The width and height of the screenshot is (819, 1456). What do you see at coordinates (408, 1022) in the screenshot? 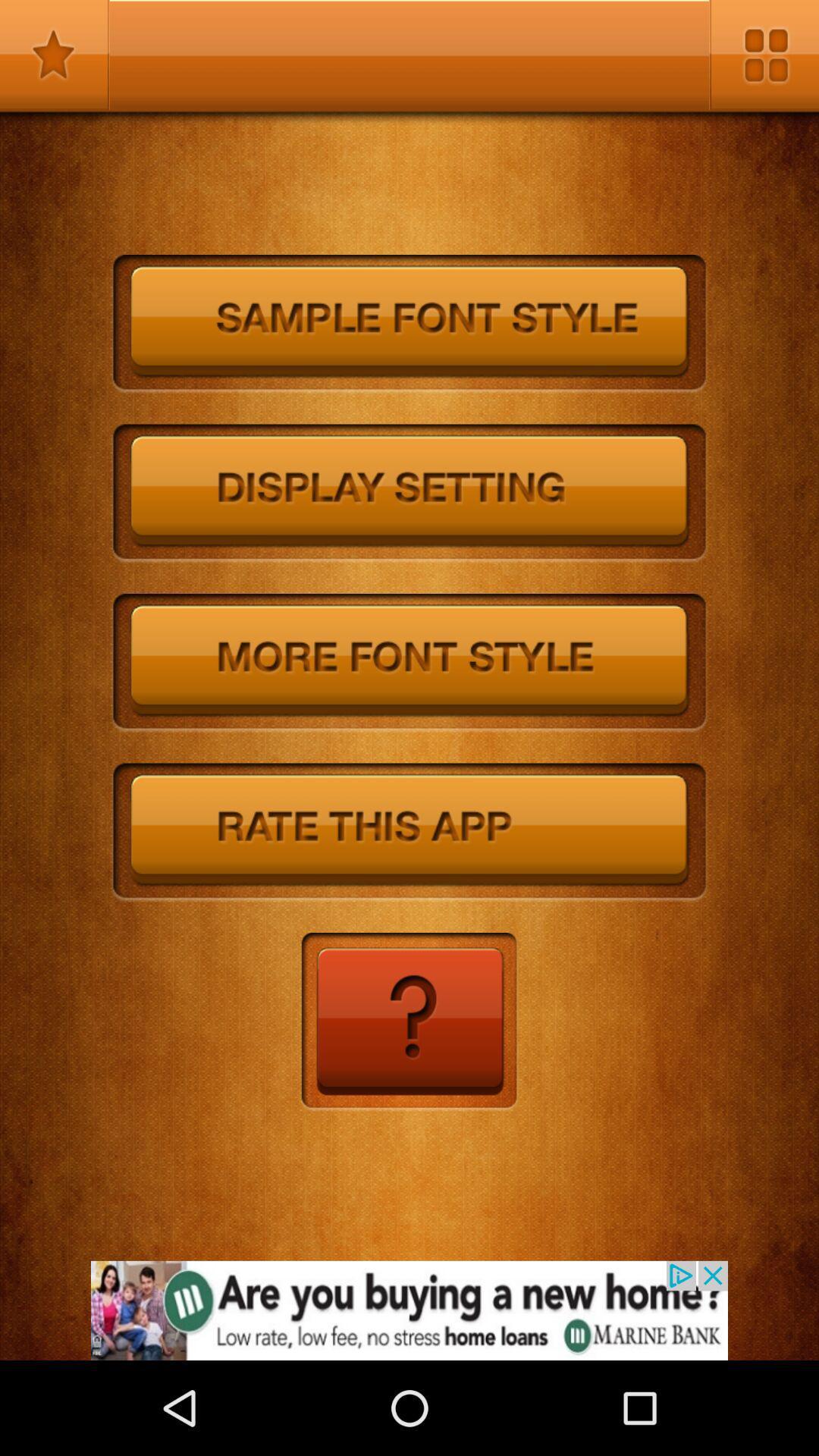
I see `click icon` at bounding box center [408, 1022].